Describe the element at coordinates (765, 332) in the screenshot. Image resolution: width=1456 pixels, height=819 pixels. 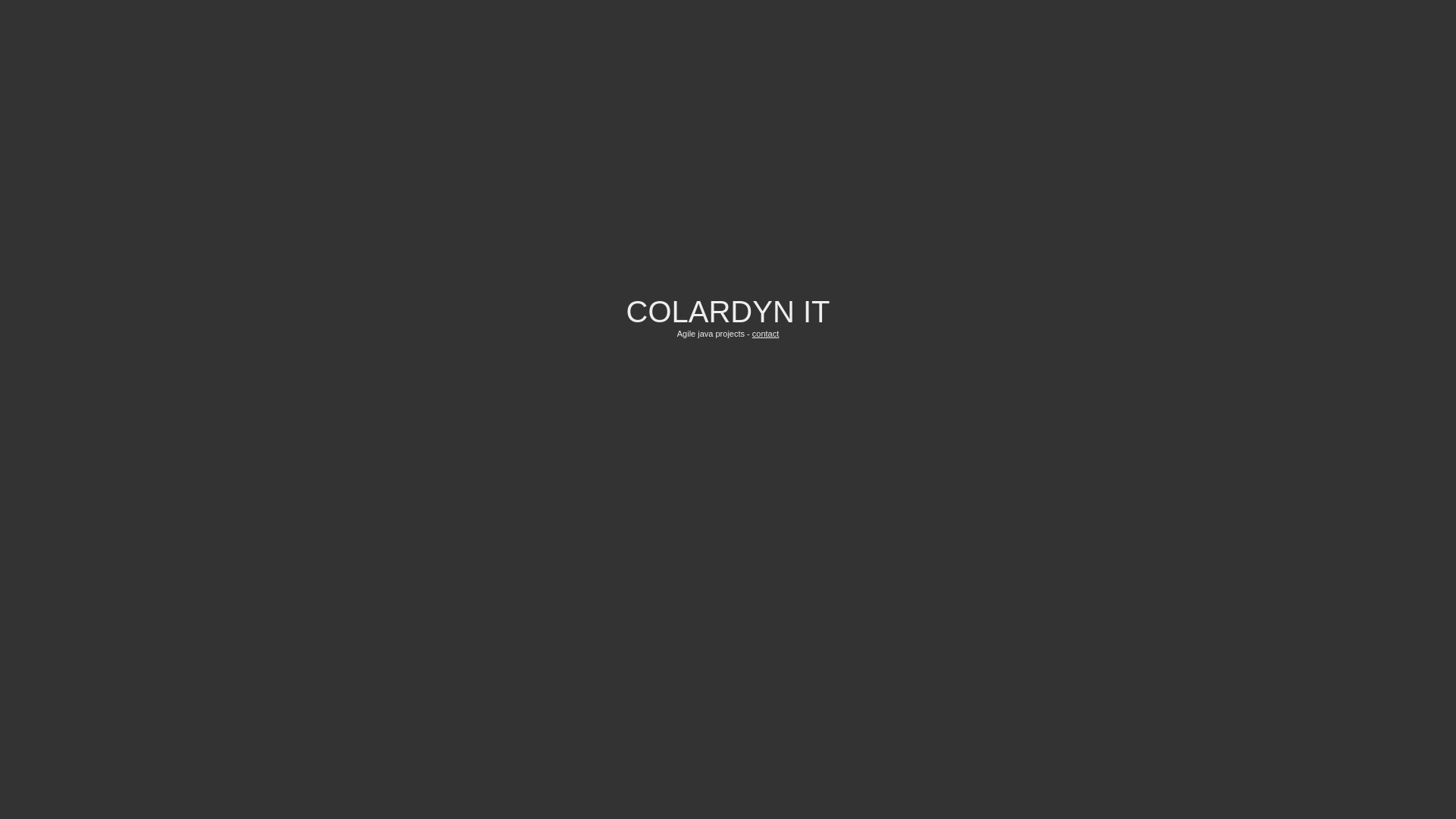
I see `'contact'` at that location.